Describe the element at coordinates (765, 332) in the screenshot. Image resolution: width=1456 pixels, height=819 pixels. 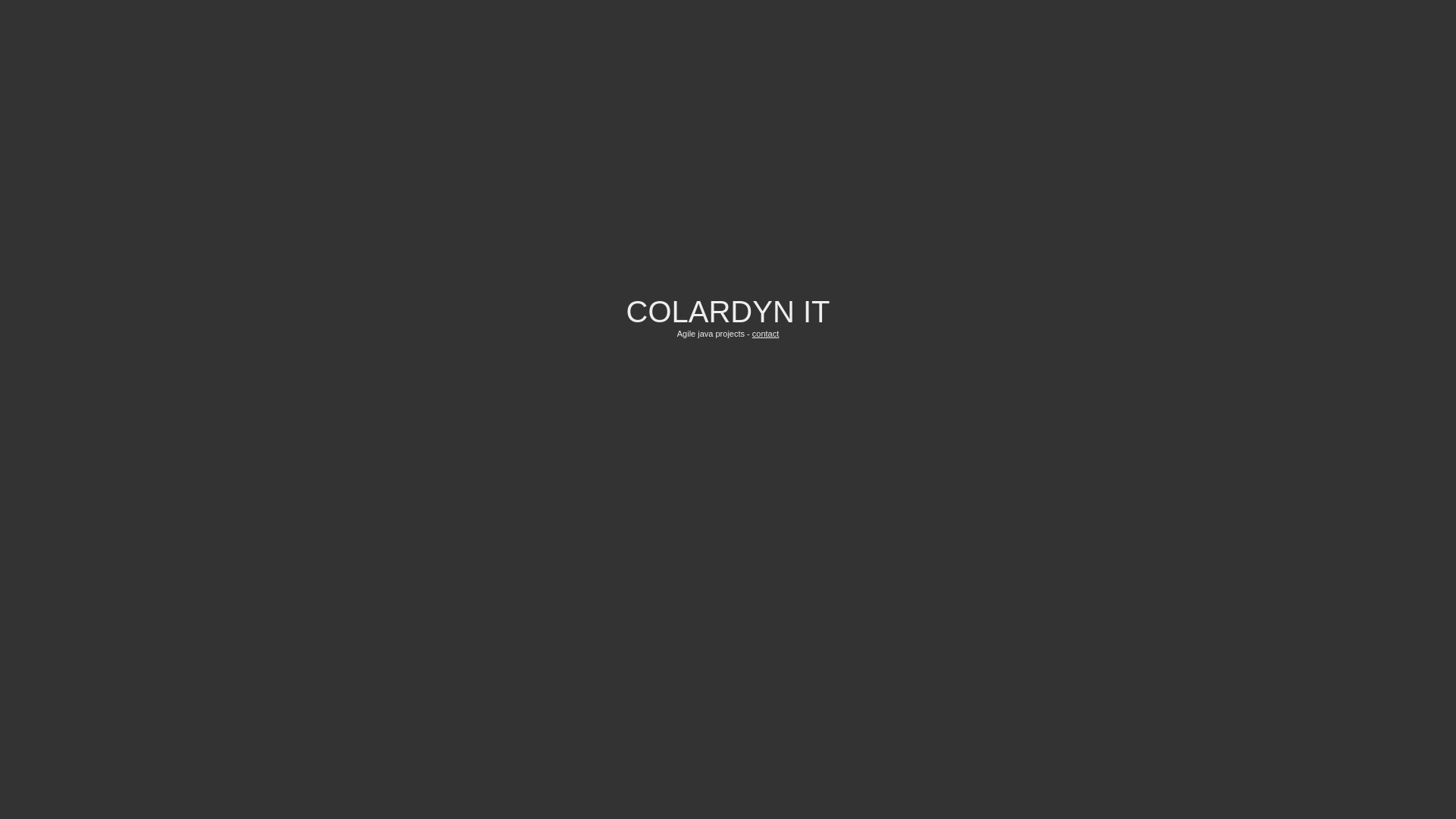
I see `'contact'` at that location.